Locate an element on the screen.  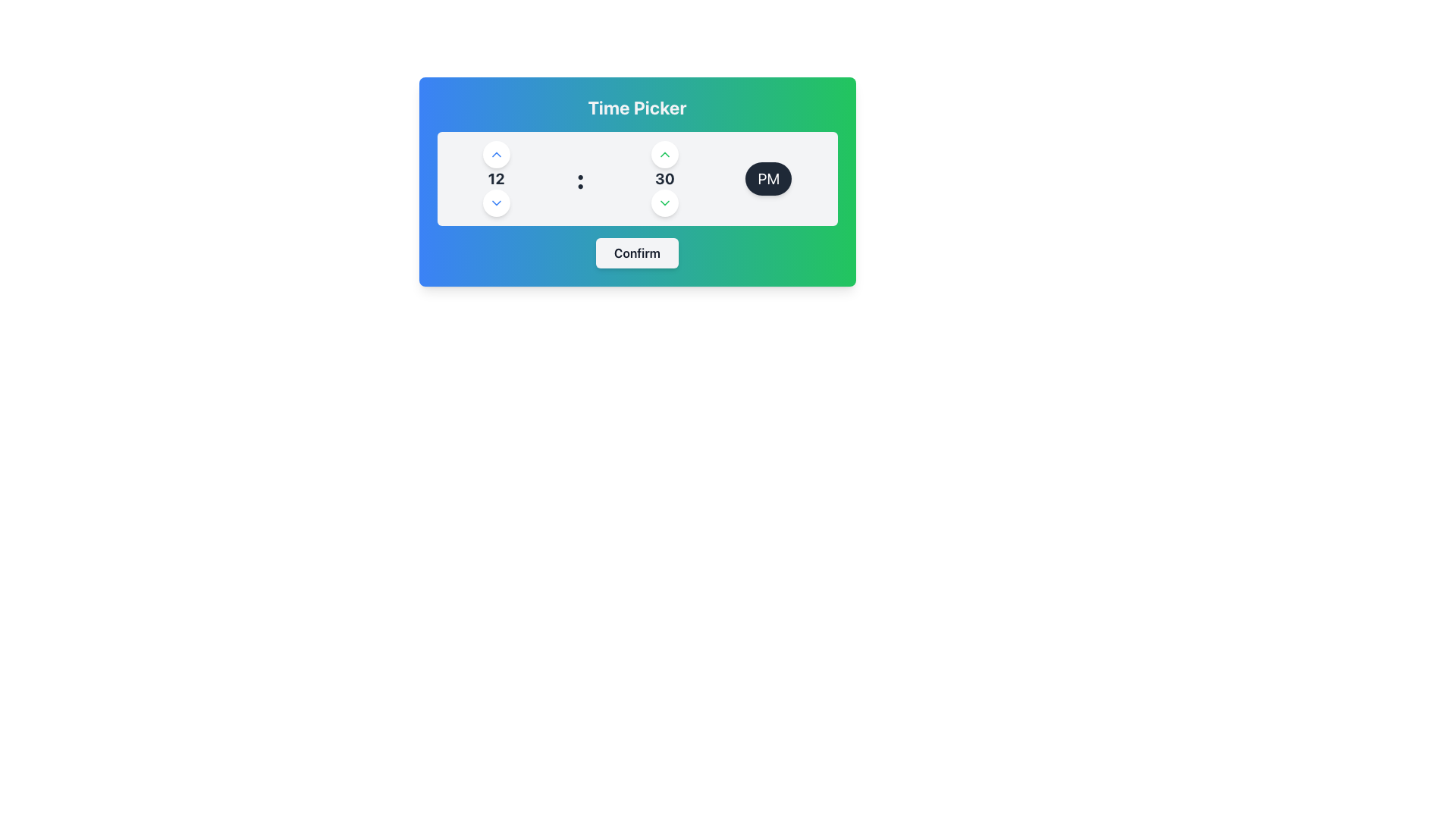
the circular button with a white background and a green downward-pointing chevron icon located in the lower area of the time selection column labeled '30' to decrement the minute value is located at coordinates (665, 202).